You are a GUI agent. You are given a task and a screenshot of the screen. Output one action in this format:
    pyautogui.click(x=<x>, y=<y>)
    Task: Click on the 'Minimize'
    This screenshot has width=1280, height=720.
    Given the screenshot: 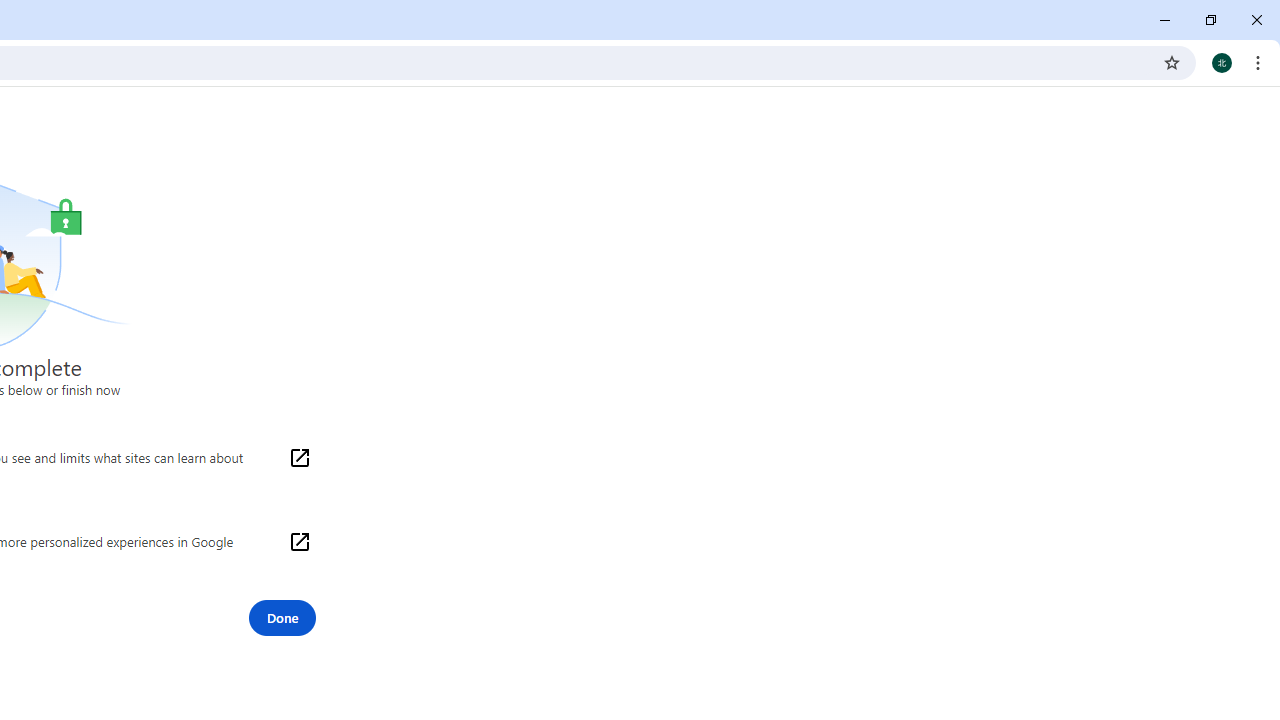 What is the action you would take?
    pyautogui.click(x=1165, y=20)
    